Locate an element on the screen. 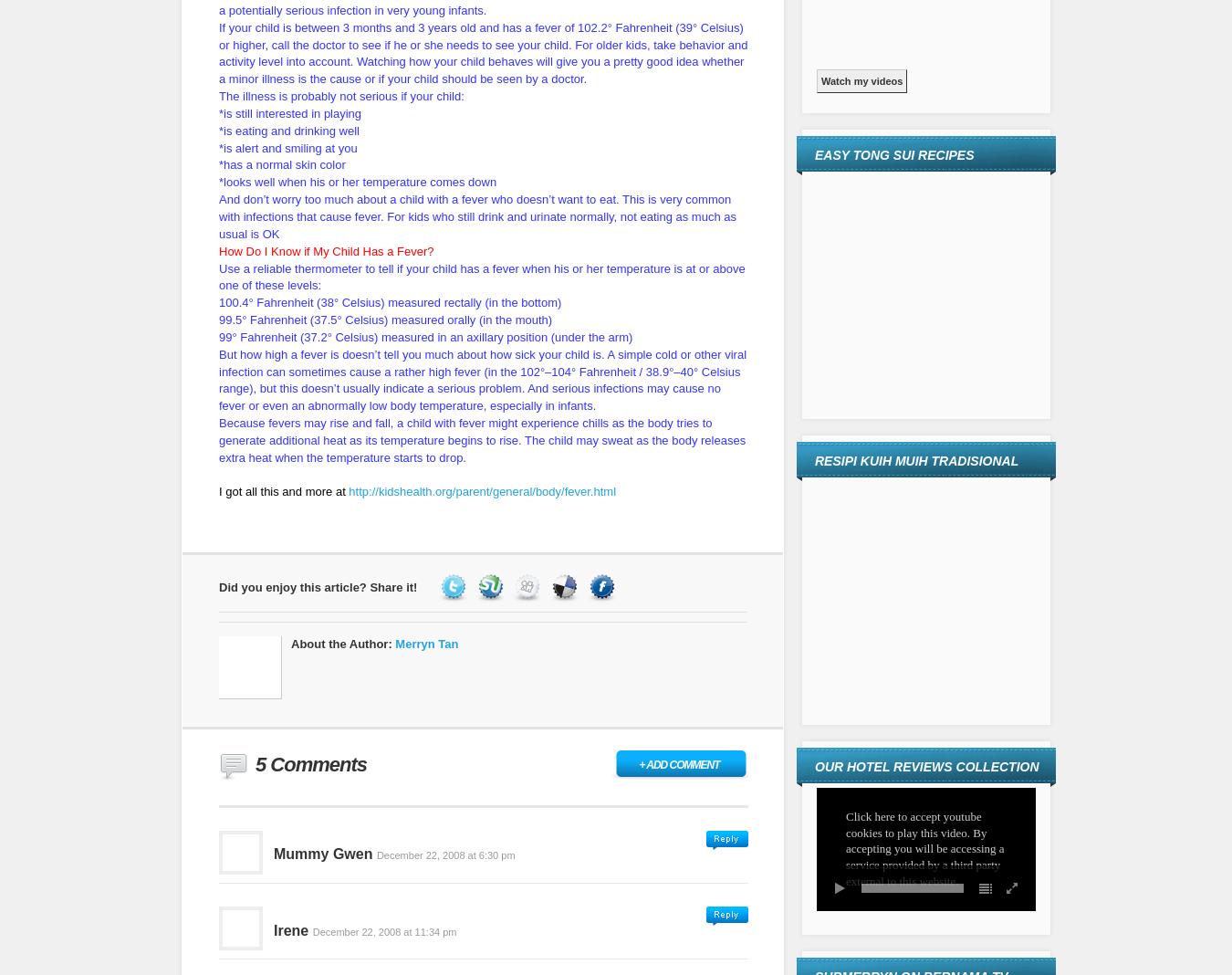 The image size is (1232, 975). '*looks well when his or her temperature comes down' is located at coordinates (358, 182).